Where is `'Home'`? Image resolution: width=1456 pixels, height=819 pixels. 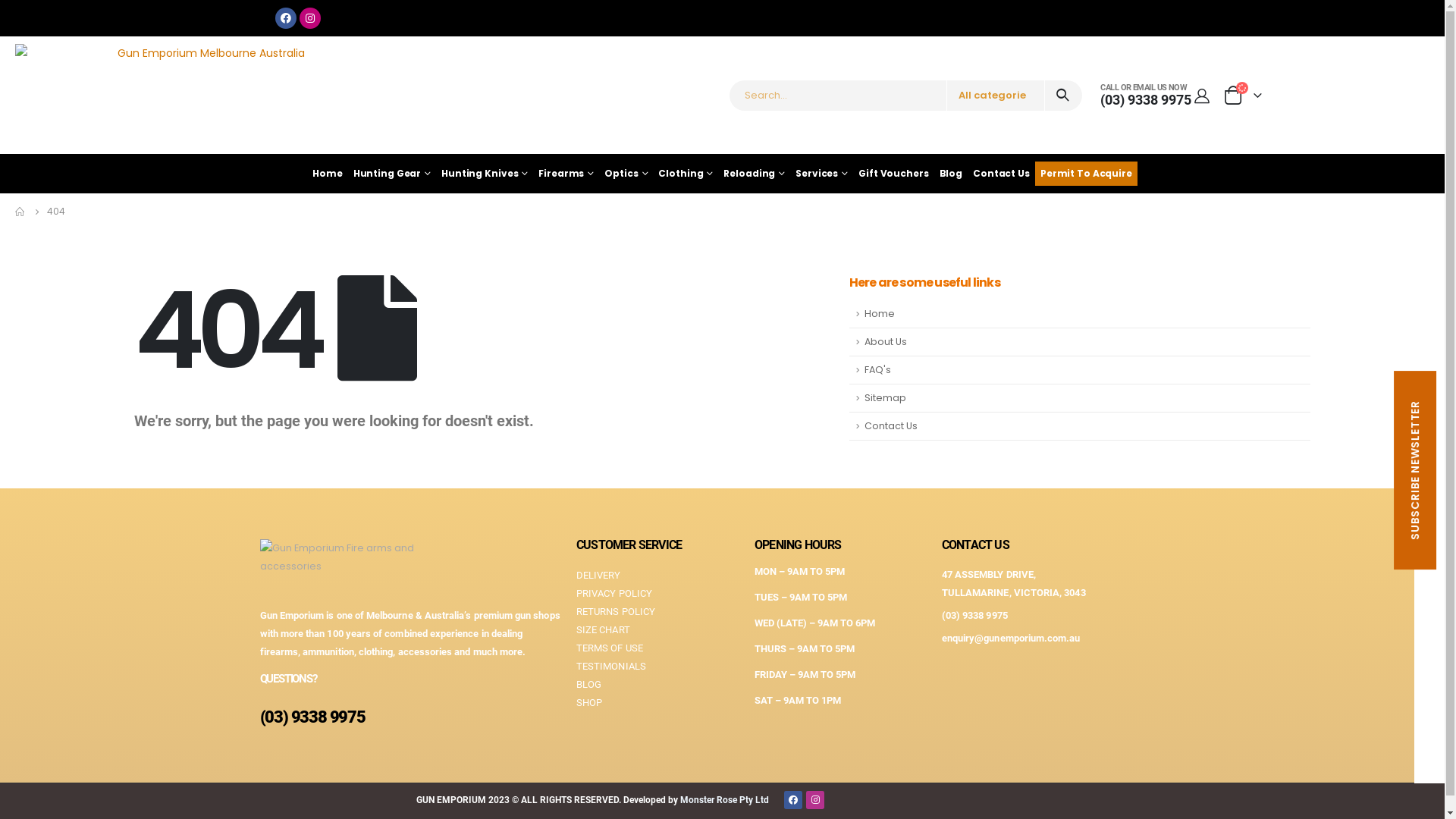
'Home' is located at coordinates (327, 172).